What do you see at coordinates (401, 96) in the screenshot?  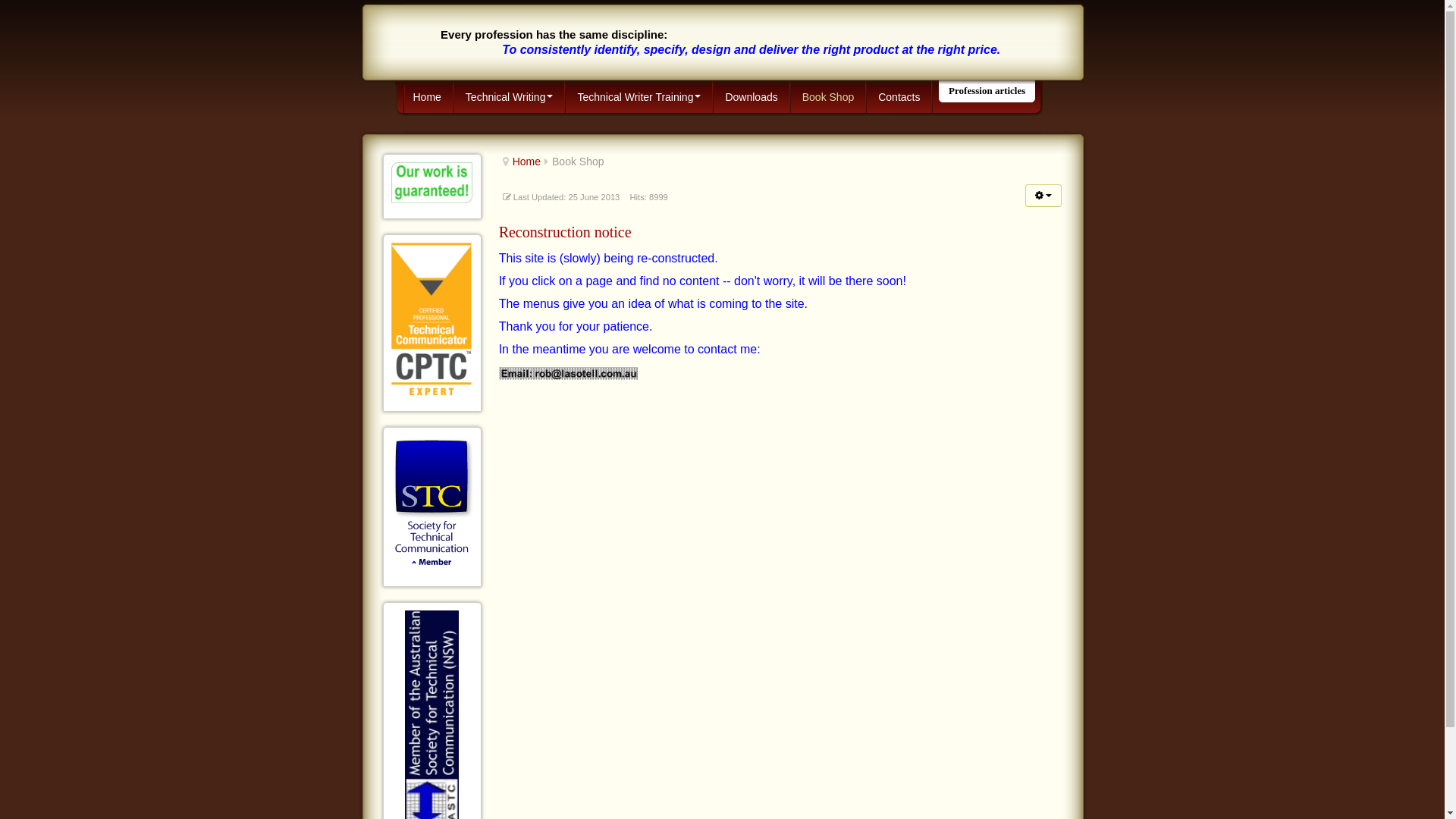 I see `'Home'` at bounding box center [401, 96].